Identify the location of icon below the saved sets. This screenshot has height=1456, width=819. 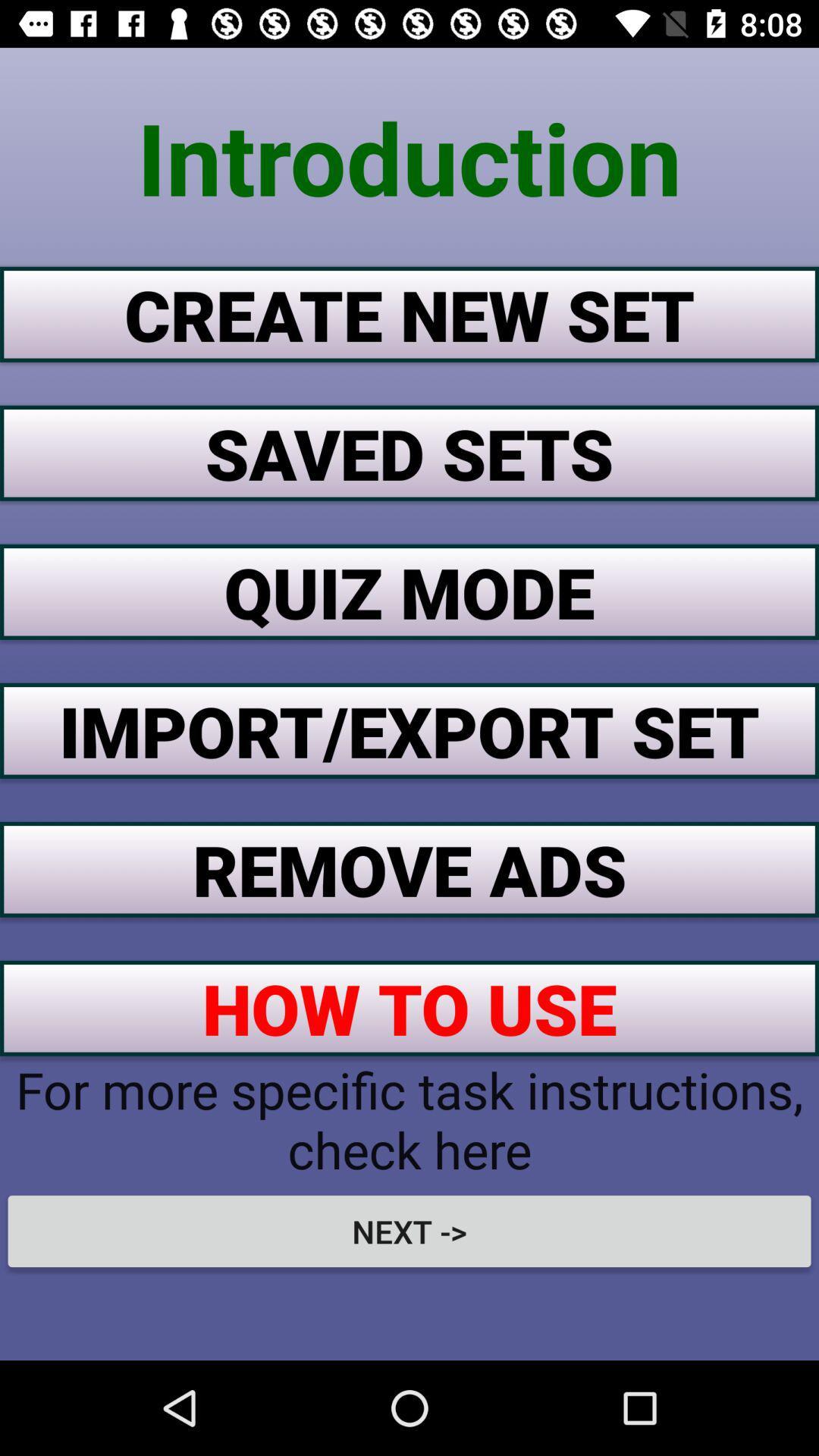
(409, 591).